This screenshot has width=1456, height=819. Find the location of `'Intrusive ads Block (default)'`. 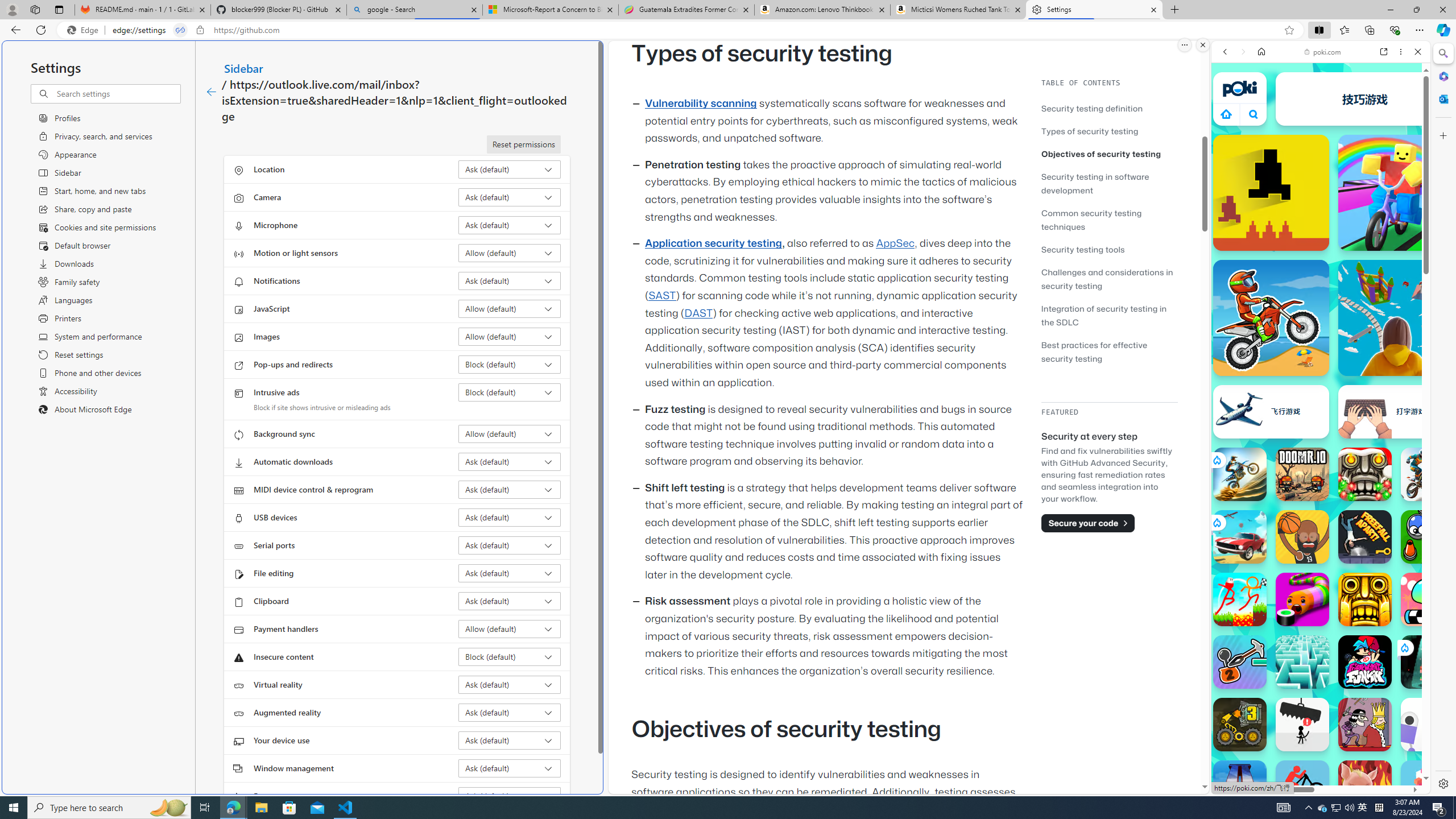

'Intrusive ads Block (default)' is located at coordinates (510, 392).